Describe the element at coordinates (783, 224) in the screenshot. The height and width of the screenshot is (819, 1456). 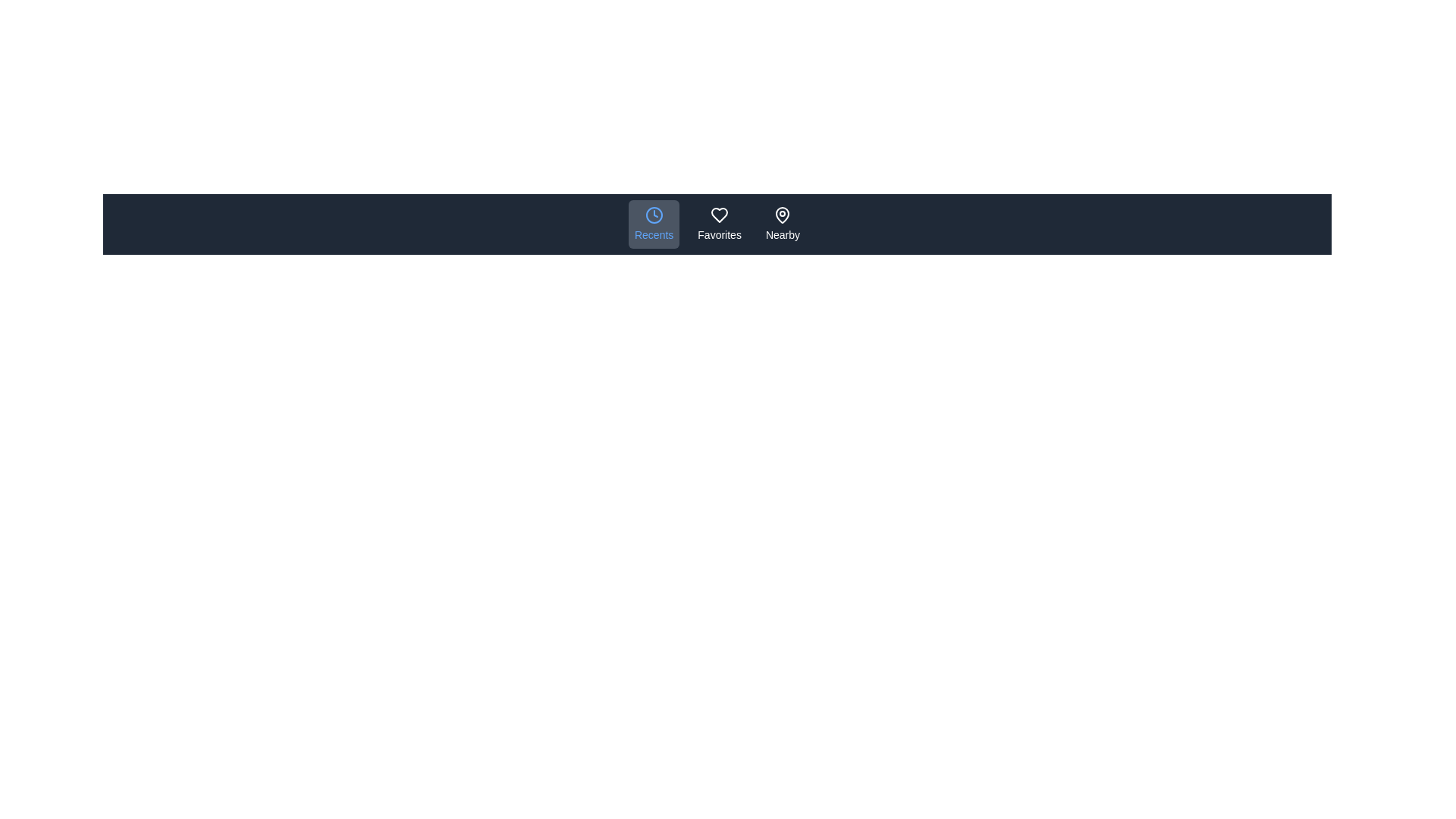
I see `the Nearby icon in the navigation bar` at that location.